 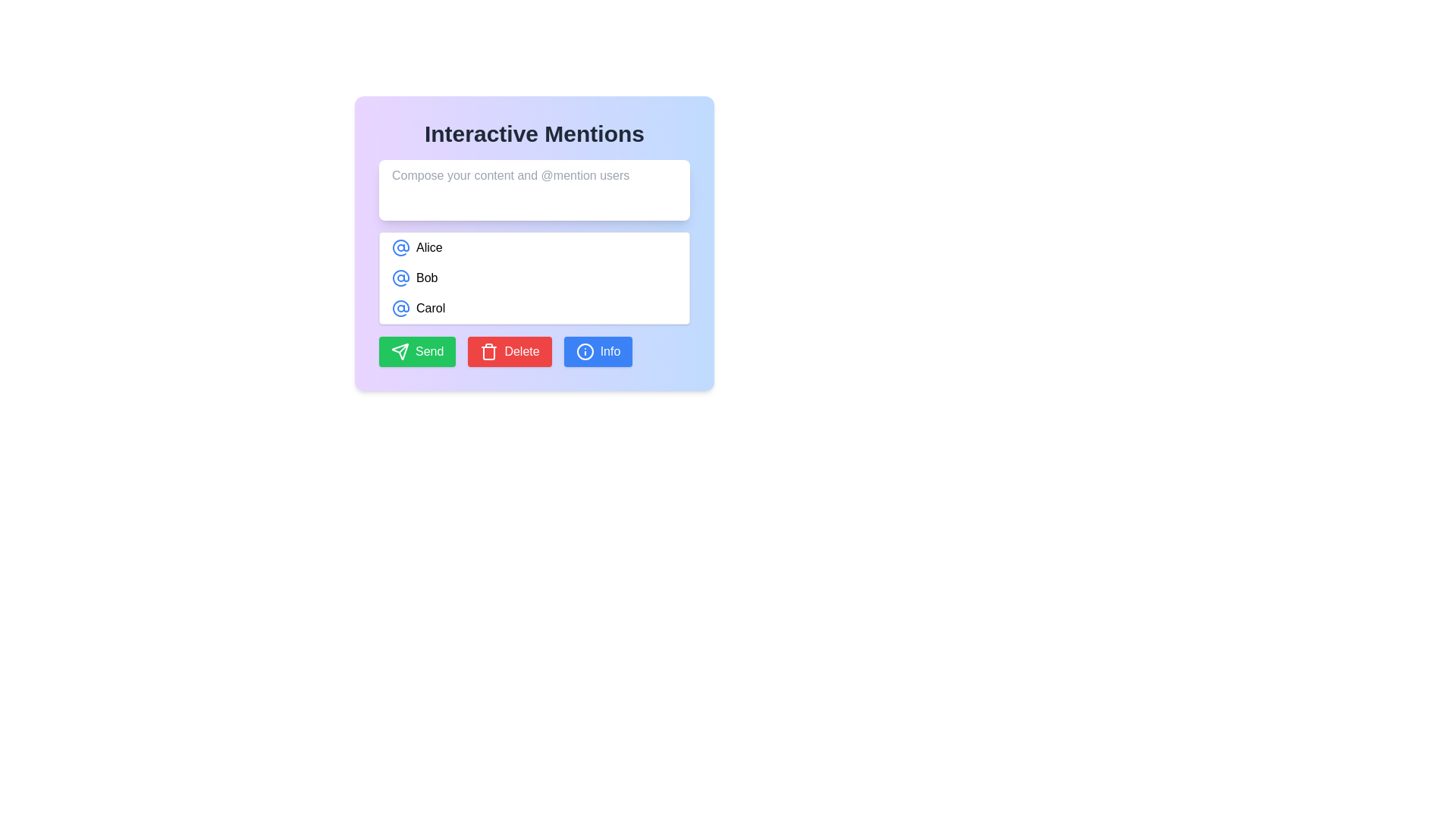 What do you see at coordinates (489, 351) in the screenshot?
I see `the trash can icon, which is white on a red background, located as the leftmost component within the 'Delete' button below the text composition area` at bounding box center [489, 351].